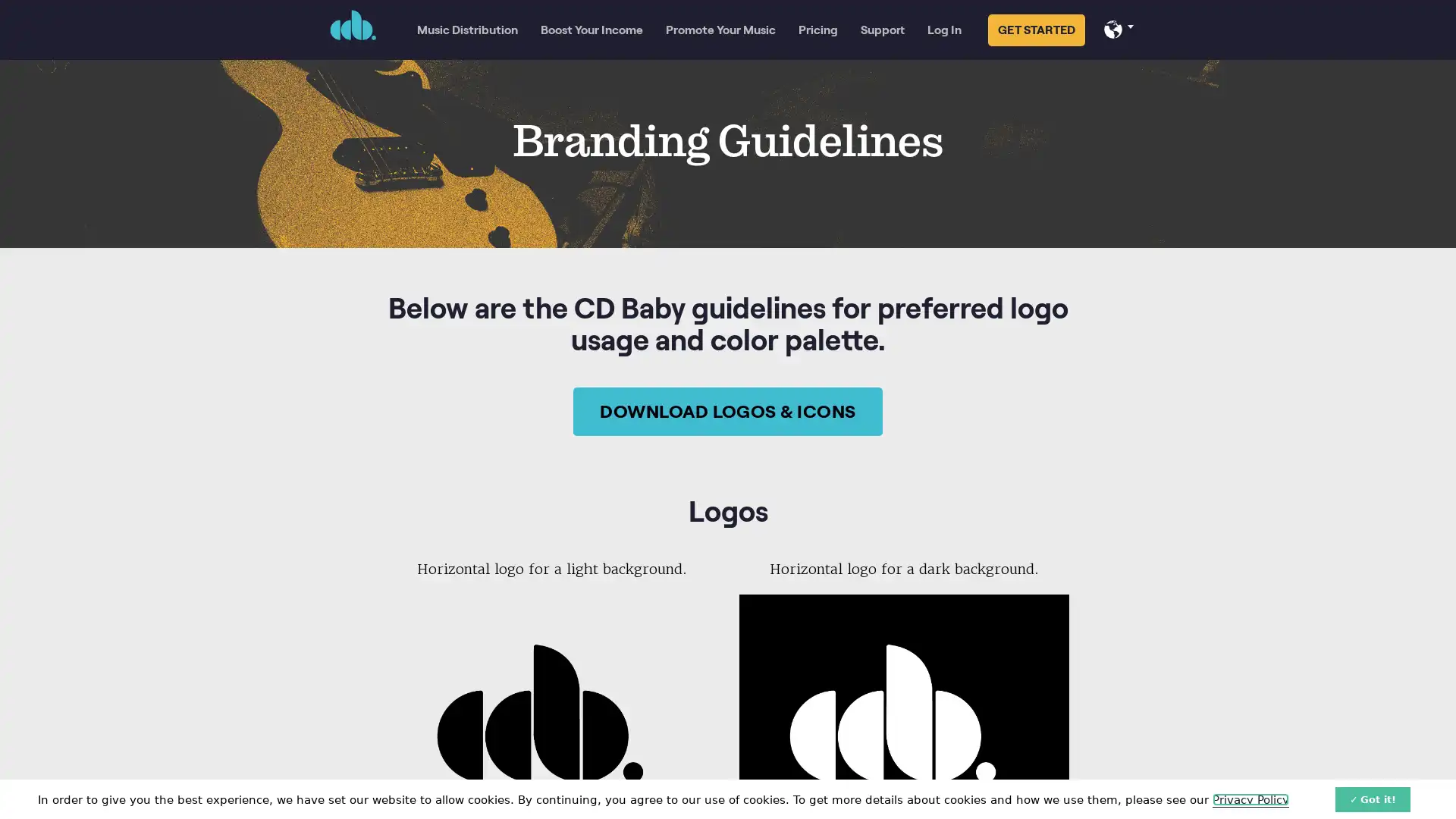 Image resolution: width=1456 pixels, height=819 pixels. What do you see at coordinates (1113, 30) in the screenshot?
I see `Select your language` at bounding box center [1113, 30].